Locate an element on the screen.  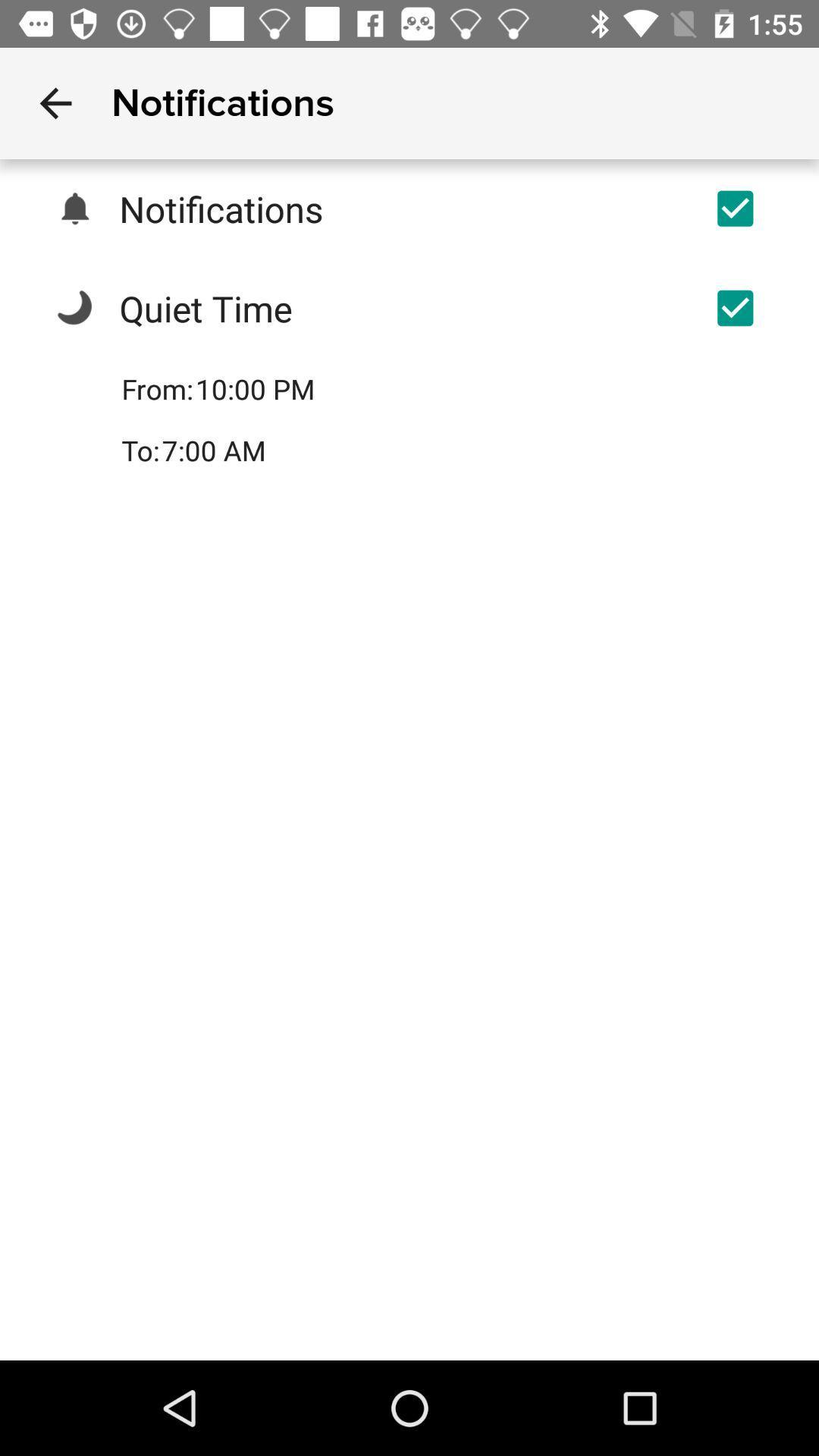
item next to notifications item is located at coordinates (55, 102).